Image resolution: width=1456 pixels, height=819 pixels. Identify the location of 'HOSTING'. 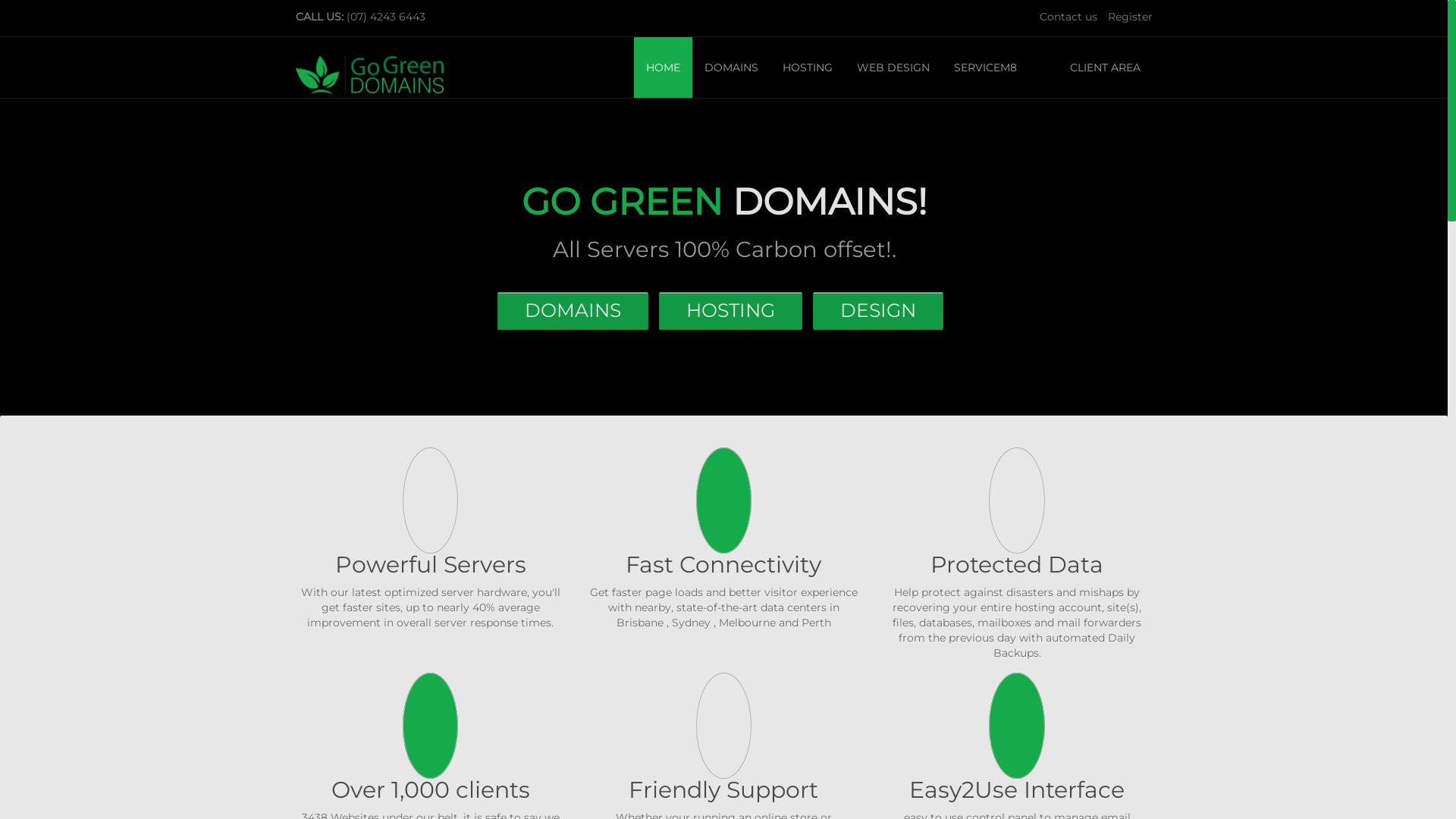
(807, 66).